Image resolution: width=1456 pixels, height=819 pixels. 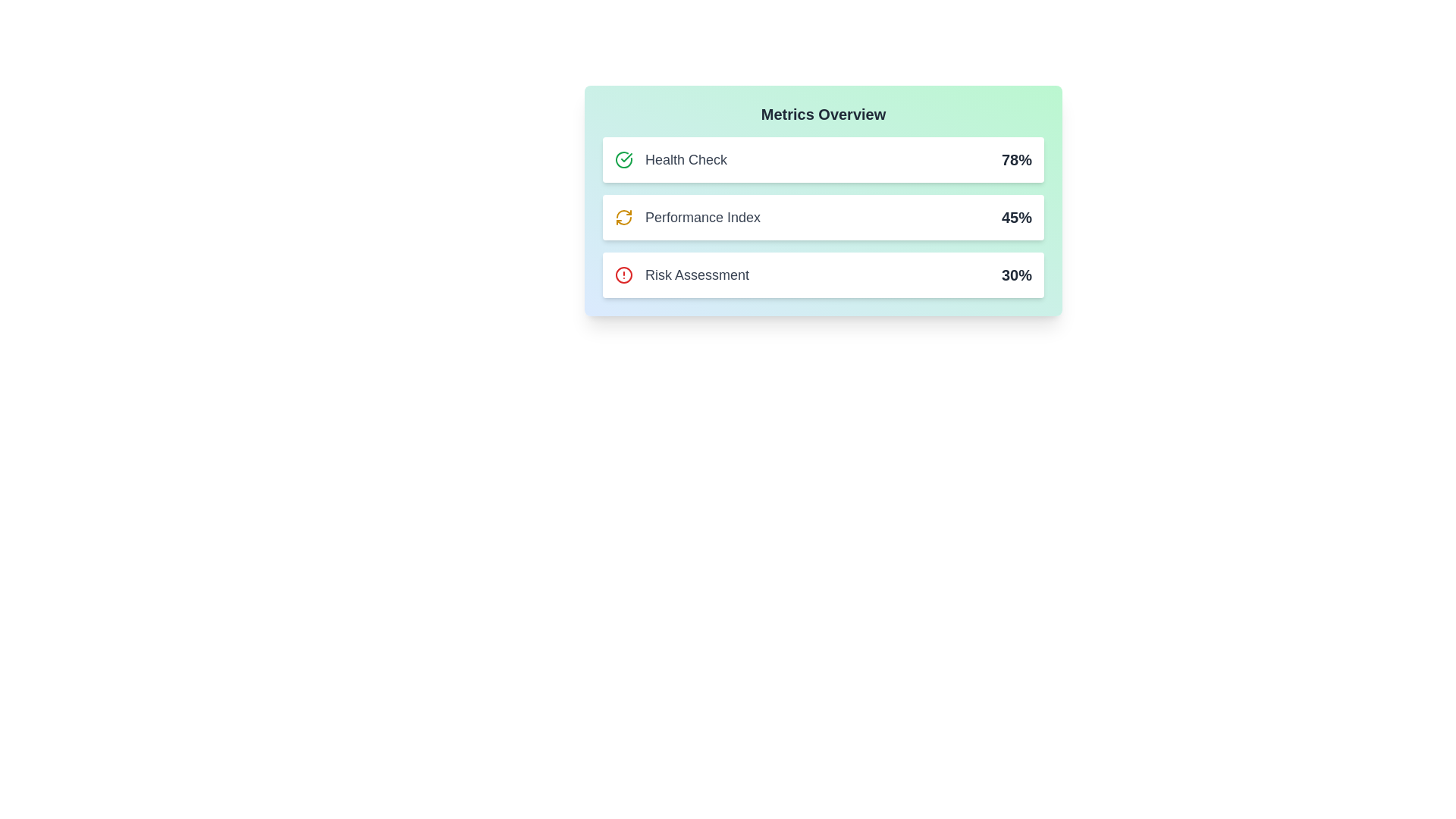 I want to click on the outer arc of the green-colored circular icon that symbolizes status or completion, located beside the 'Health Check' label in the interface, so click(x=623, y=160).